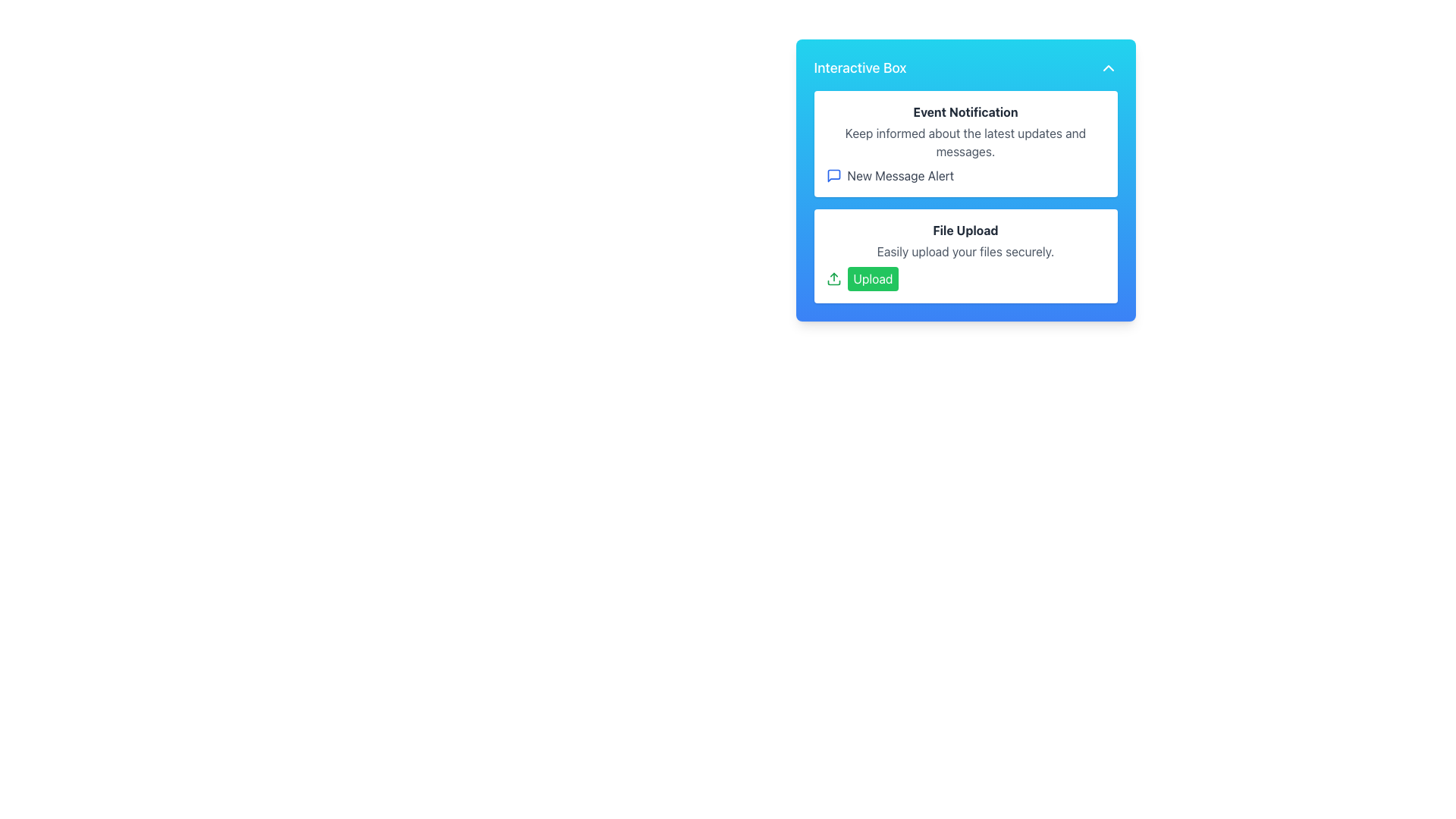 Image resolution: width=1456 pixels, height=819 pixels. What do you see at coordinates (965, 250) in the screenshot?
I see `the static text label that reads 'Easily upload your files securely.' positioned below the title 'File Upload'` at bounding box center [965, 250].